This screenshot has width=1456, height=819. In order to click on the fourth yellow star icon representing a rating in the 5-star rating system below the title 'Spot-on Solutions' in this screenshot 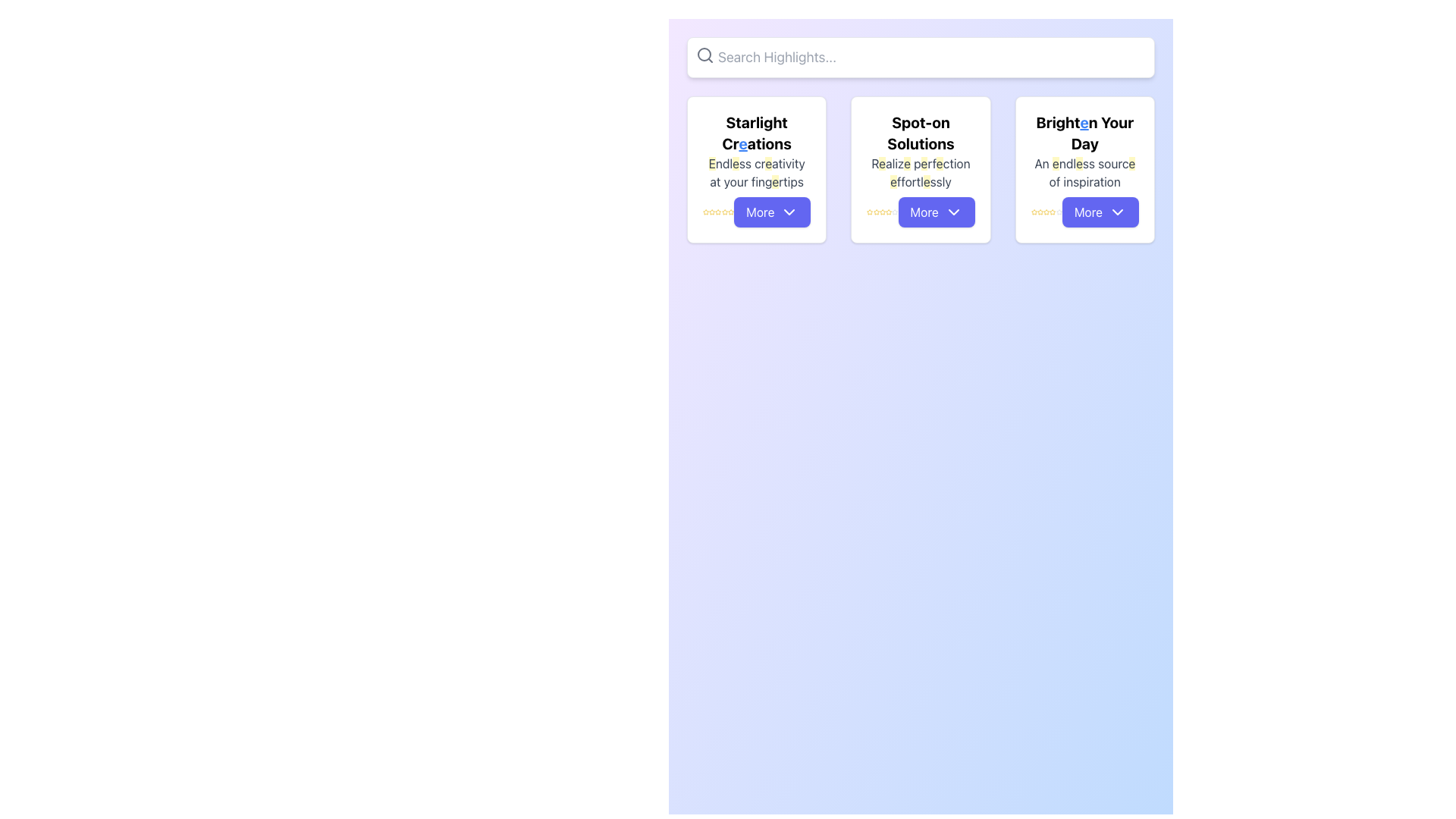, I will do `click(882, 212)`.